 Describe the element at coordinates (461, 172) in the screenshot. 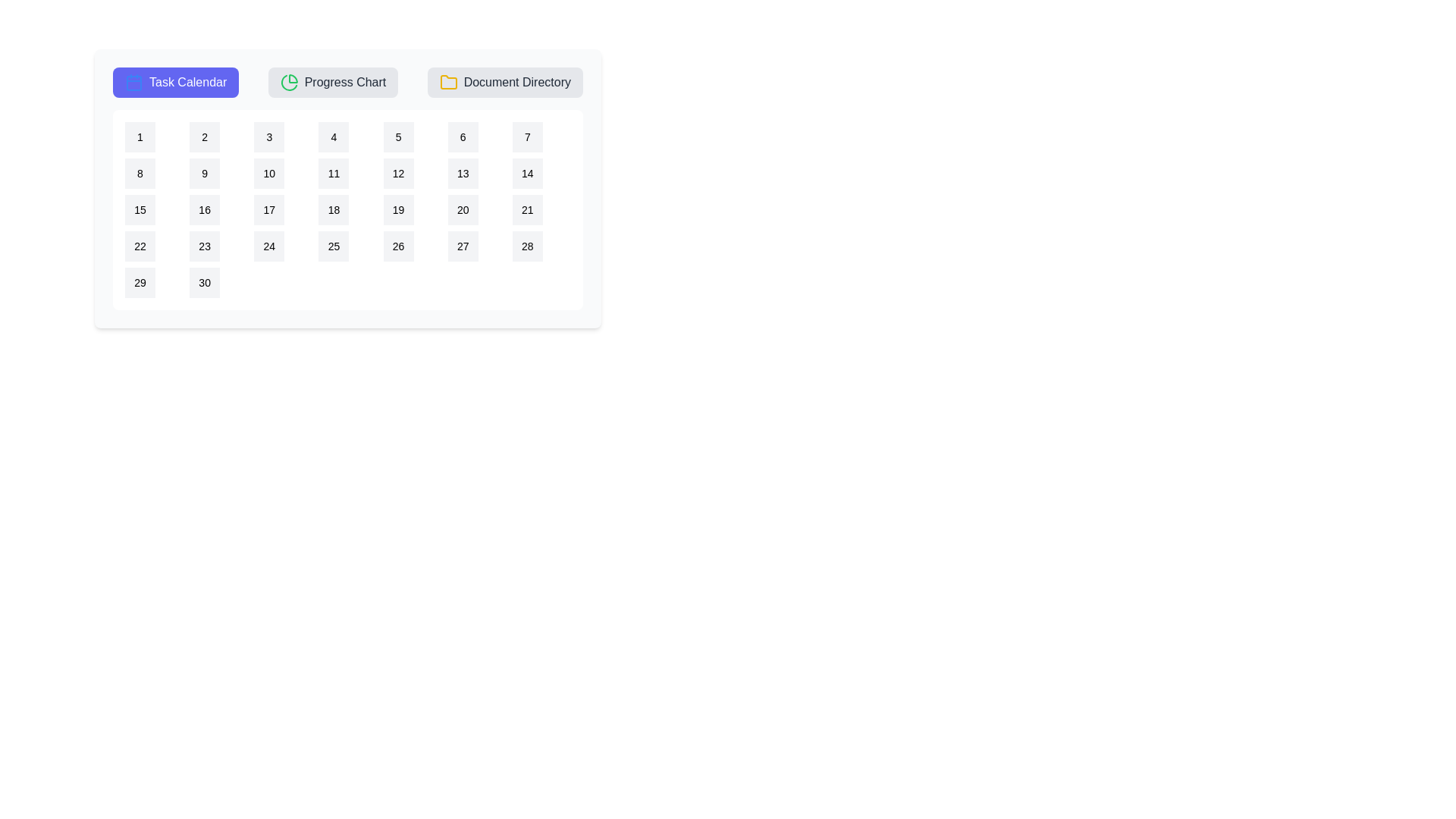

I see `the calendar date 13` at that location.